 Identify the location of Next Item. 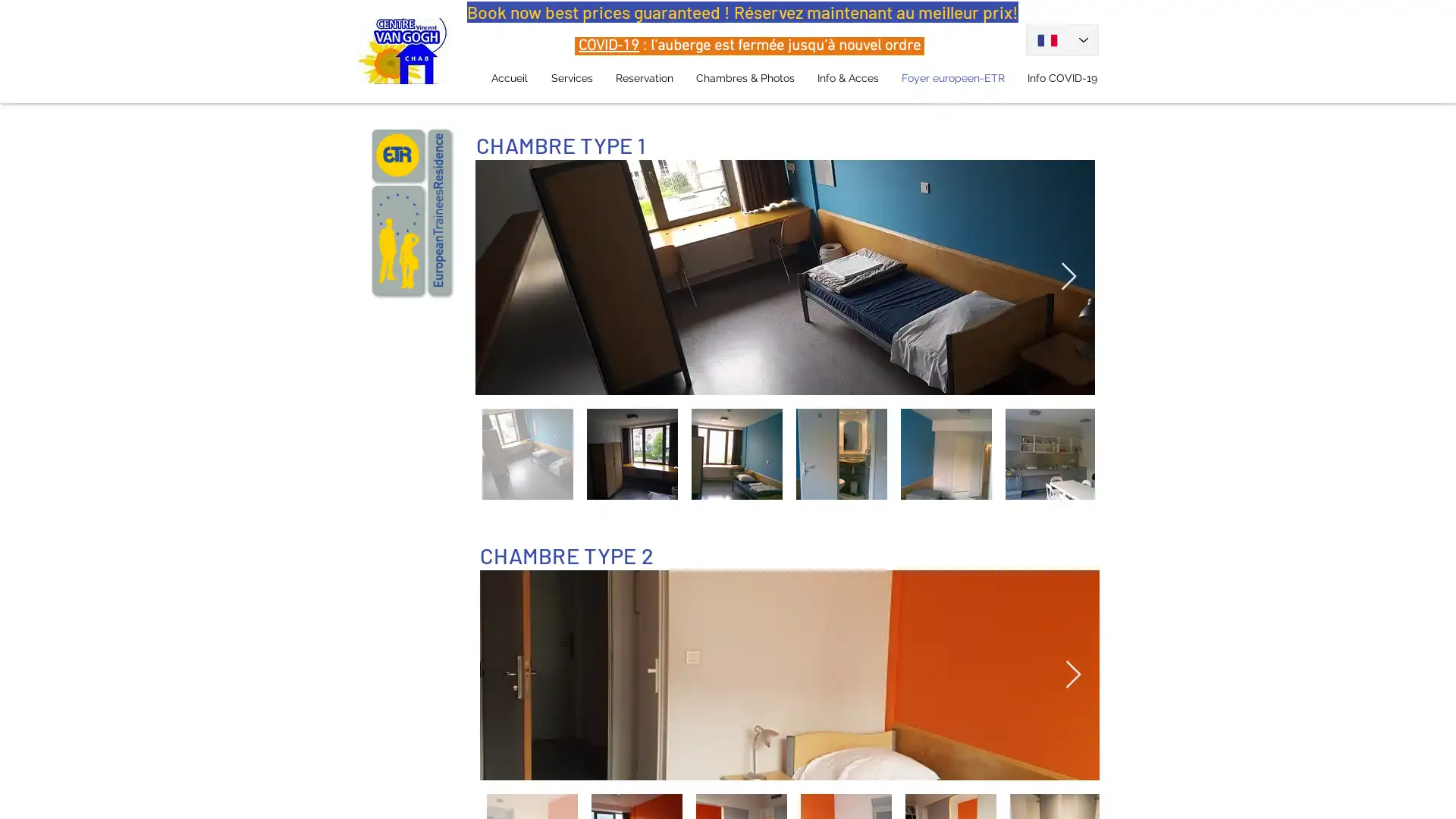
(1068, 277).